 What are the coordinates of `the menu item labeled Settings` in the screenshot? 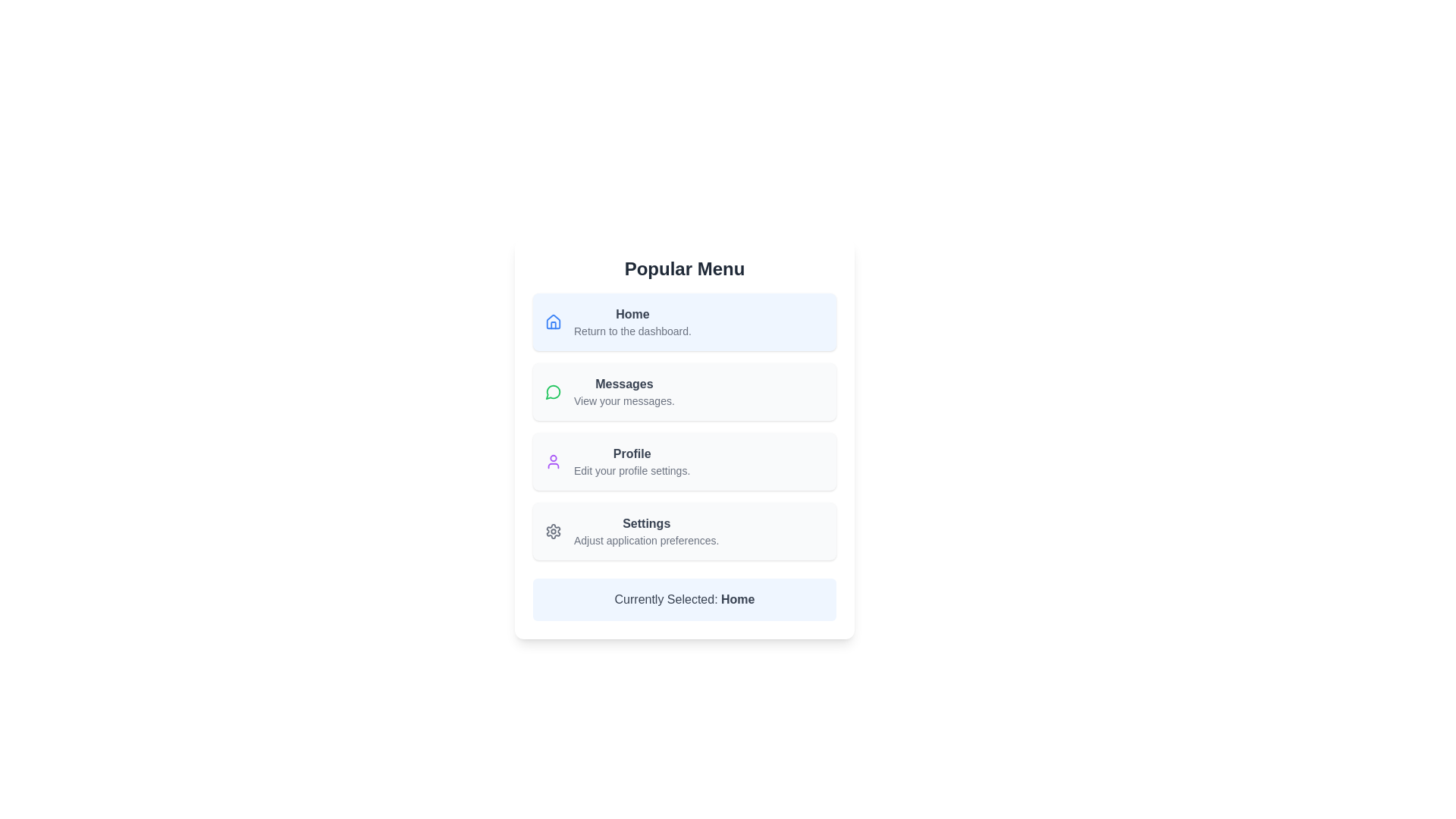 It's located at (645, 531).